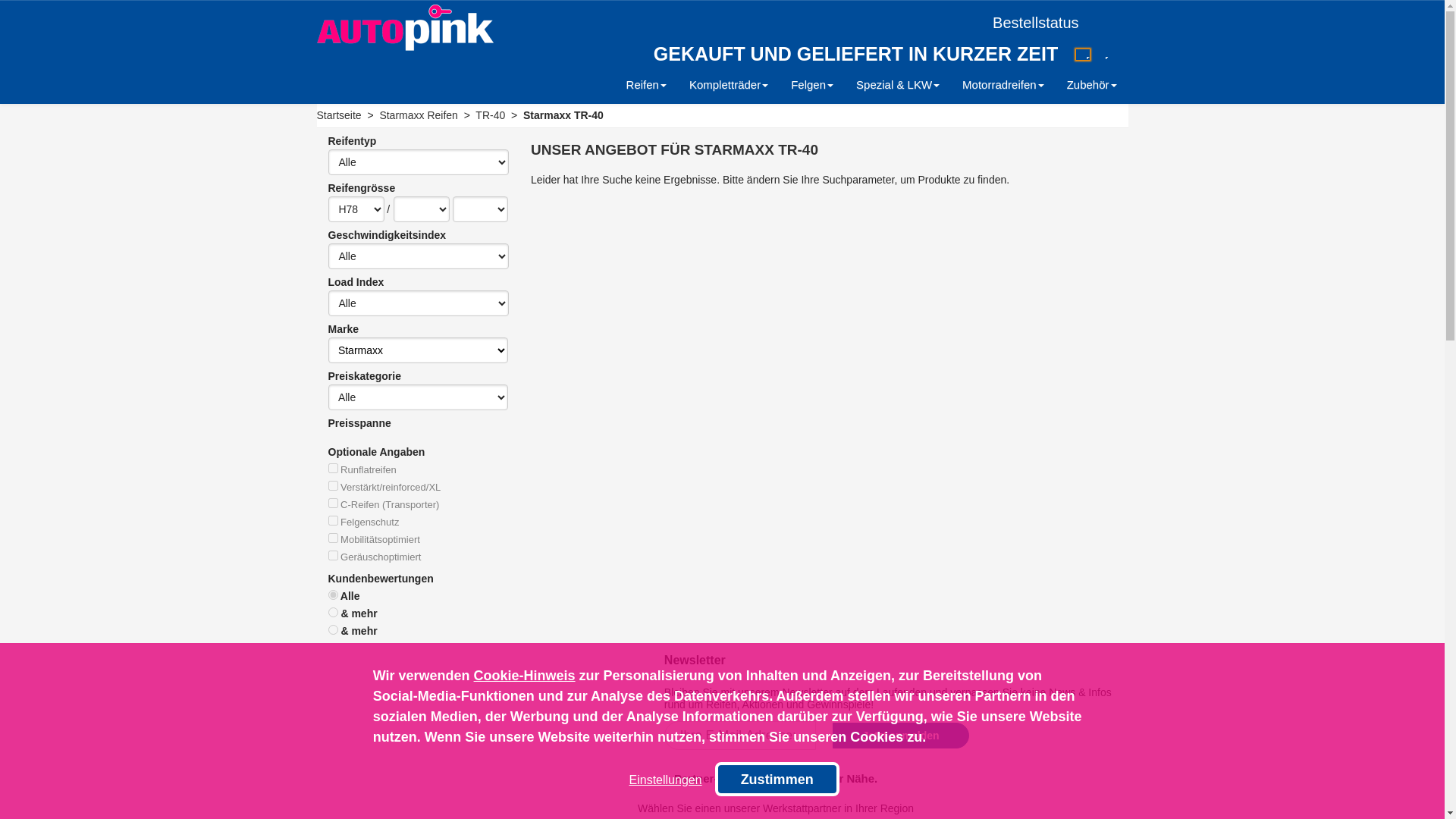 The image size is (1456, 819). What do you see at coordinates (1102, 54) in the screenshot?
I see `'[FR]'` at bounding box center [1102, 54].